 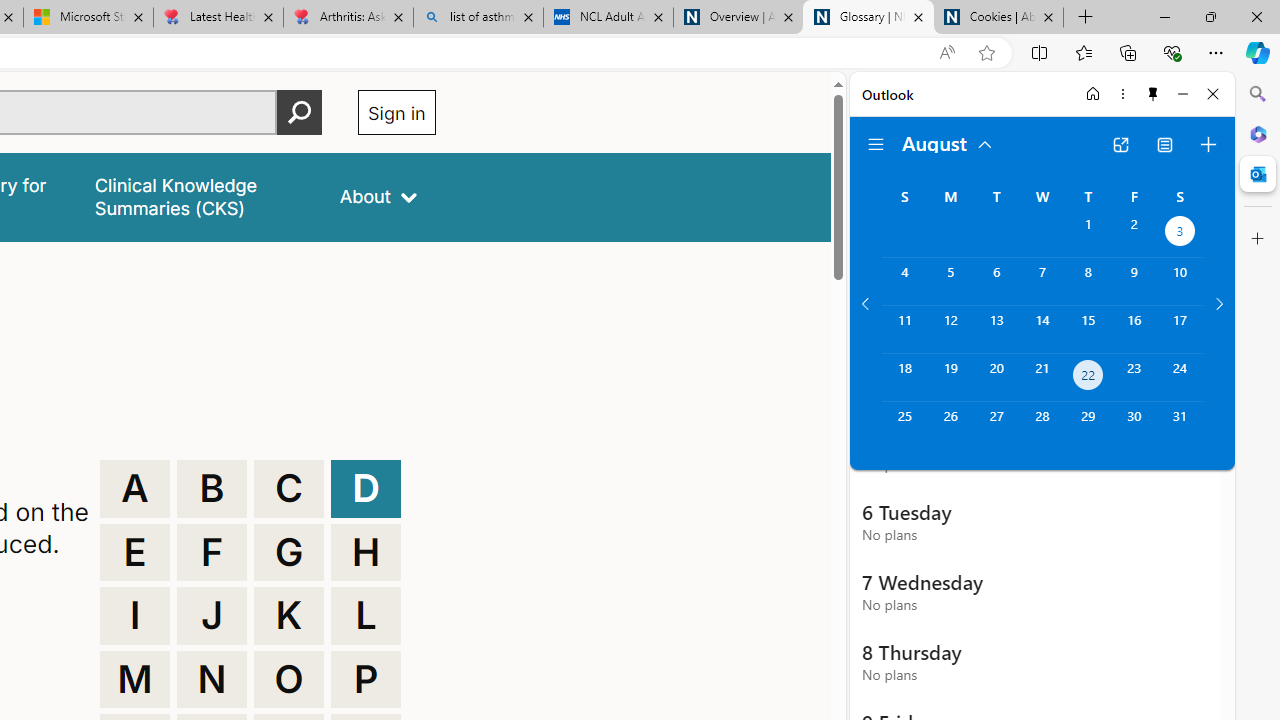 What do you see at coordinates (1092, 93) in the screenshot?
I see `'Home'` at bounding box center [1092, 93].